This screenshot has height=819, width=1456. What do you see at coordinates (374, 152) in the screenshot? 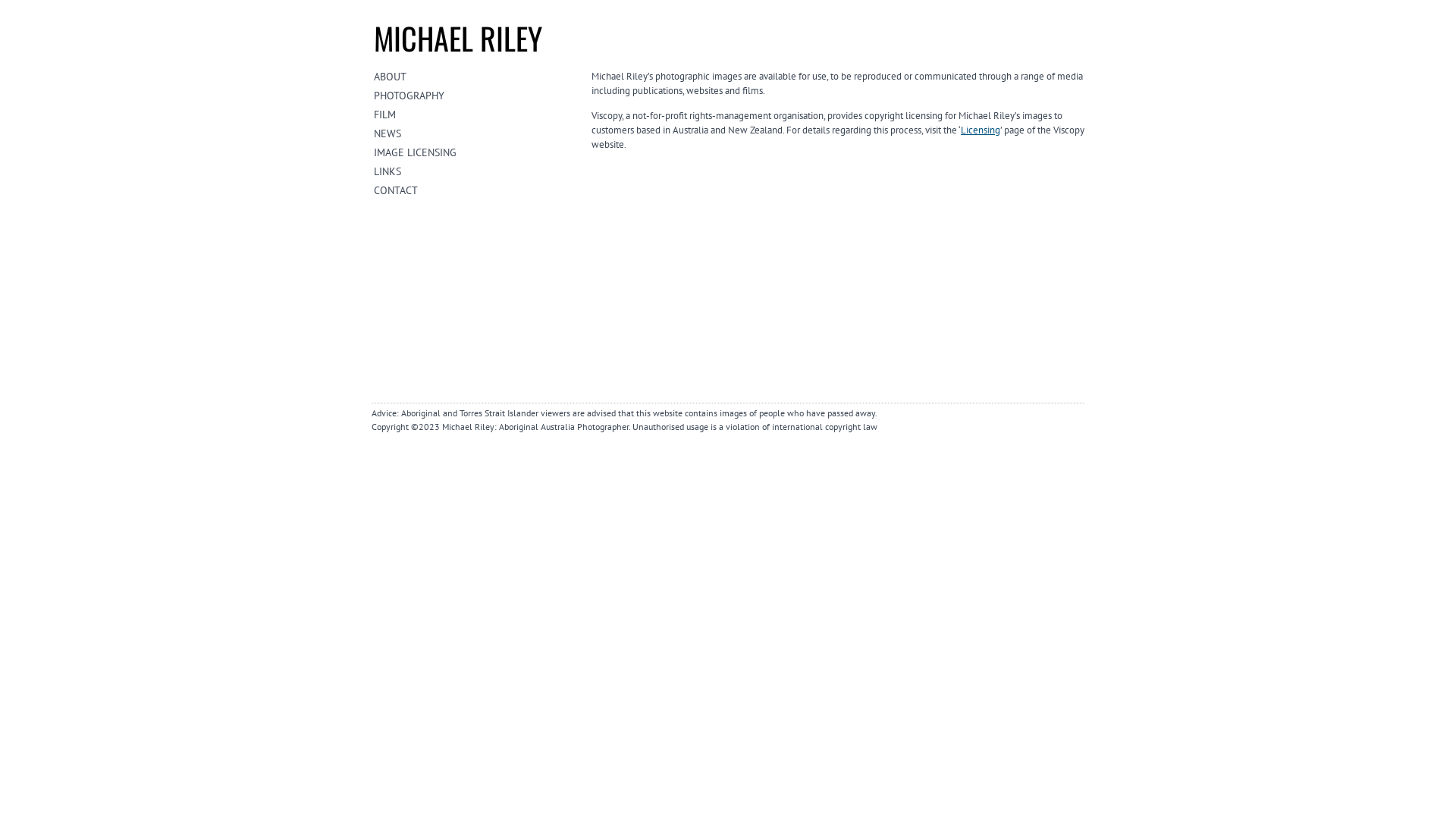
I see `'IMAGE LICENSING'` at bounding box center [374, 152].